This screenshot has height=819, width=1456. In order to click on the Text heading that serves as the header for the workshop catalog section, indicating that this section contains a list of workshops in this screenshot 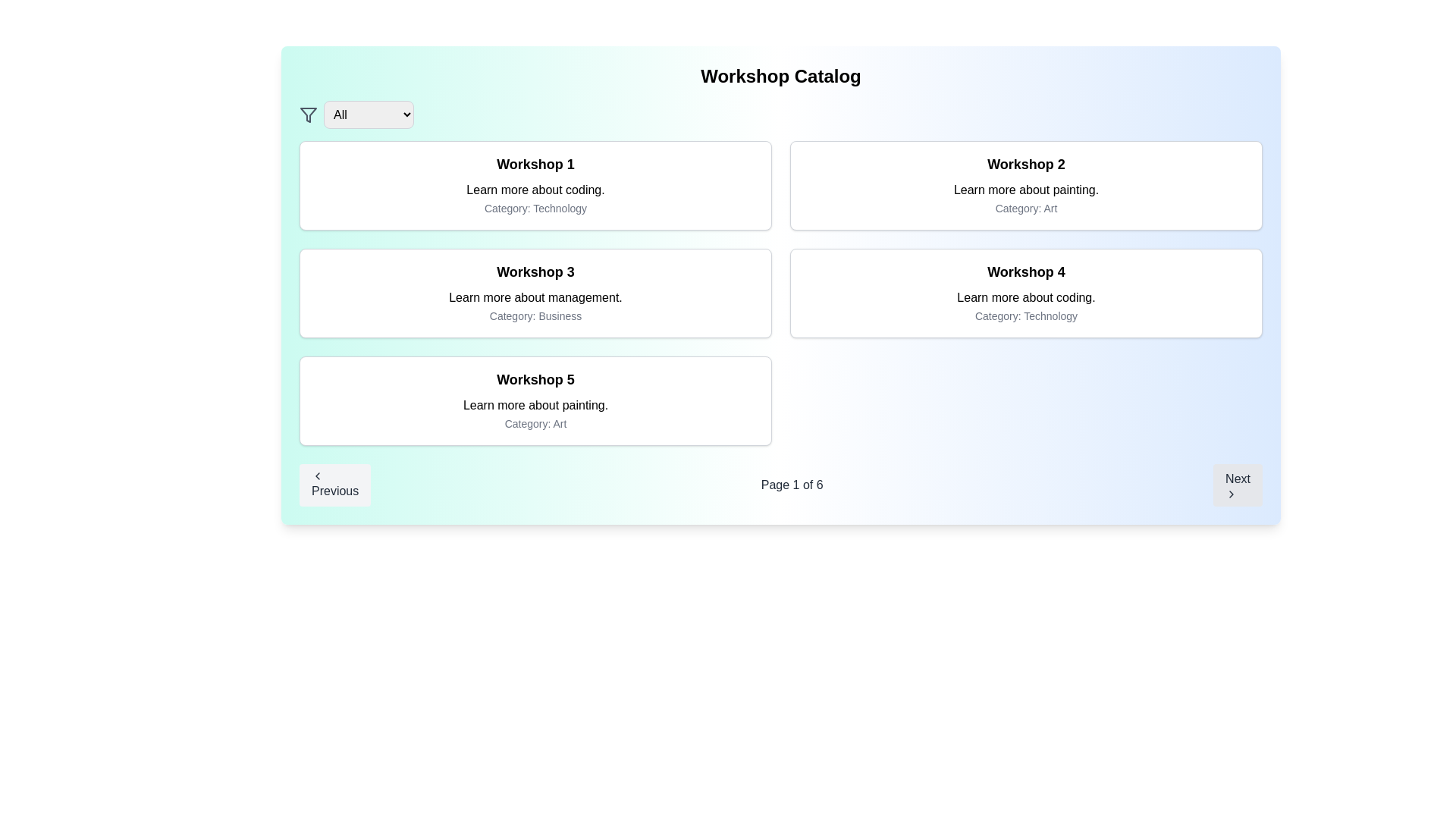, I will do `click(781, 76)`.